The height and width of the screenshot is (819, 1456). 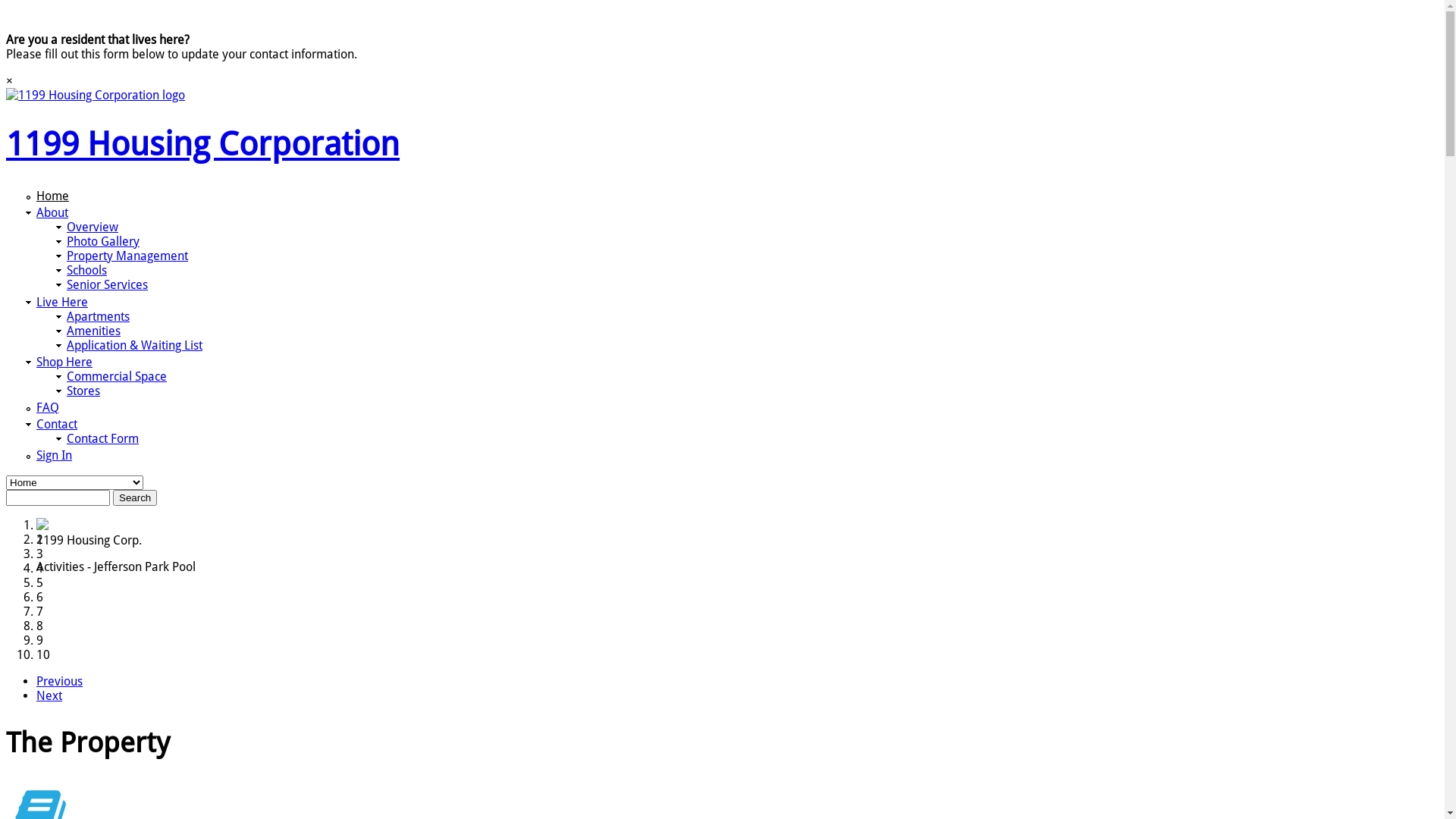 I want to click on '8', so click(x=39, y=626).